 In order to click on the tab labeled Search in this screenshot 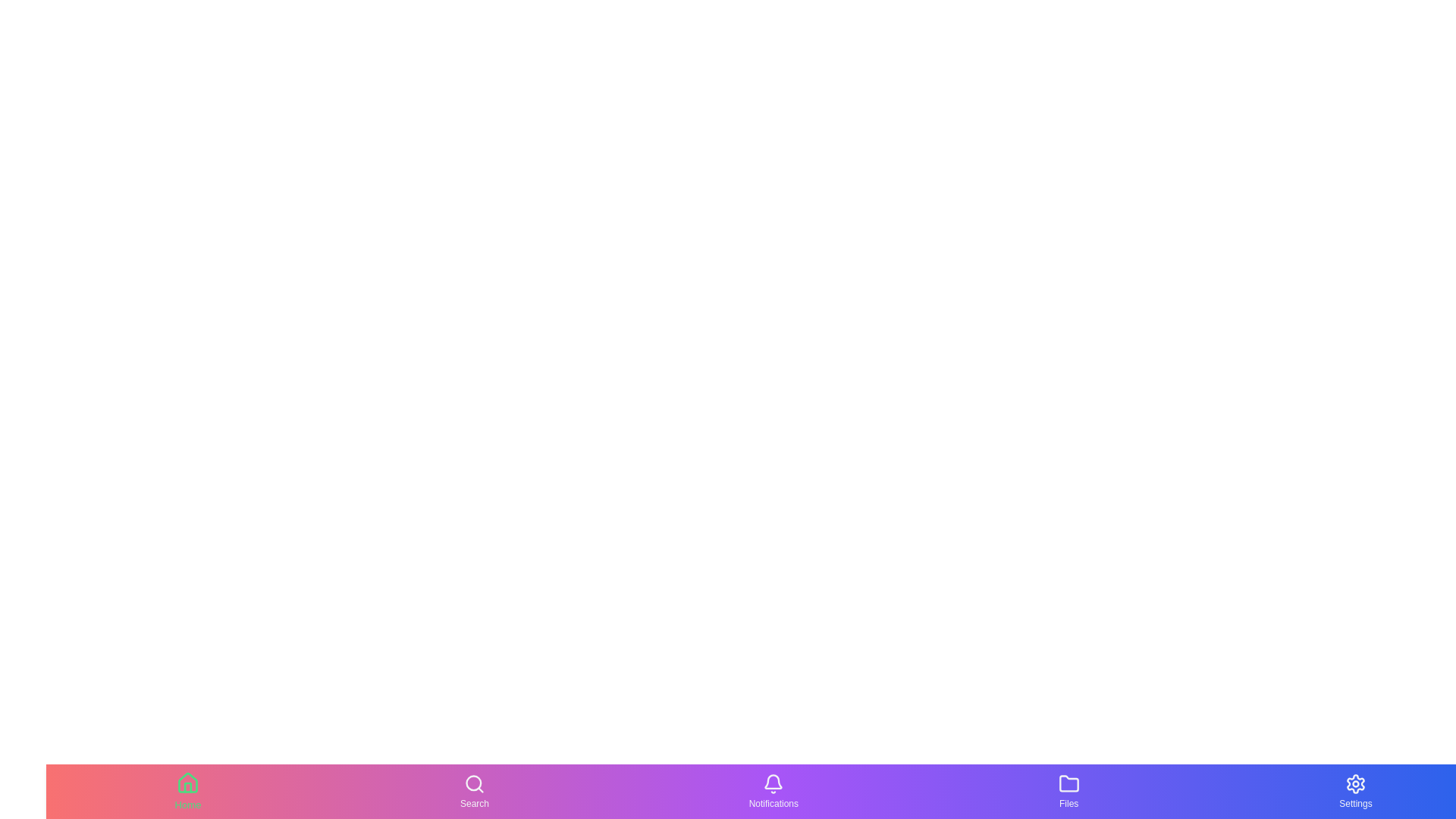, I will do `click(472, 791)`.